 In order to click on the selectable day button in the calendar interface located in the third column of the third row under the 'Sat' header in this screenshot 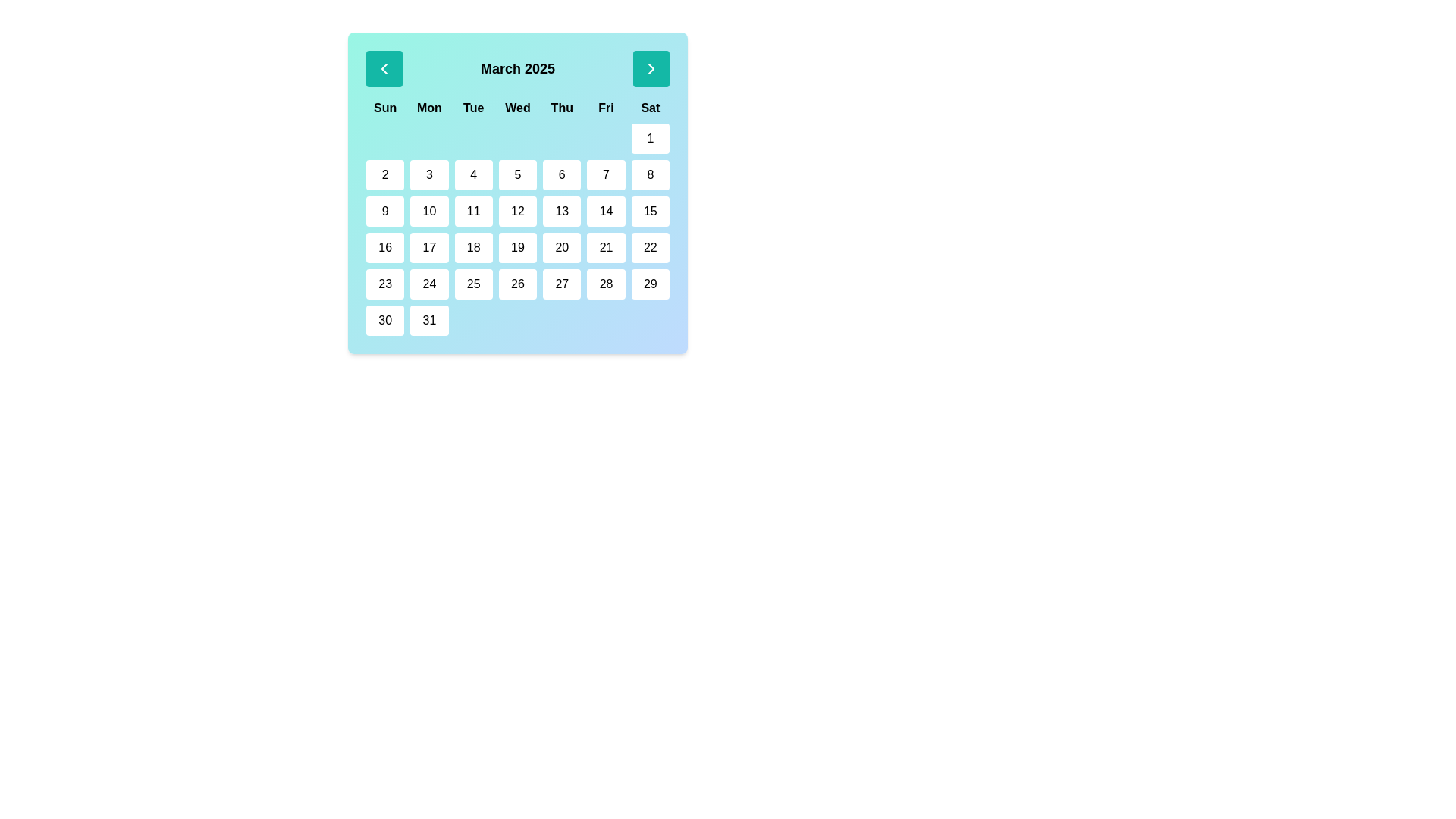, I will do `click(650, 211)`.